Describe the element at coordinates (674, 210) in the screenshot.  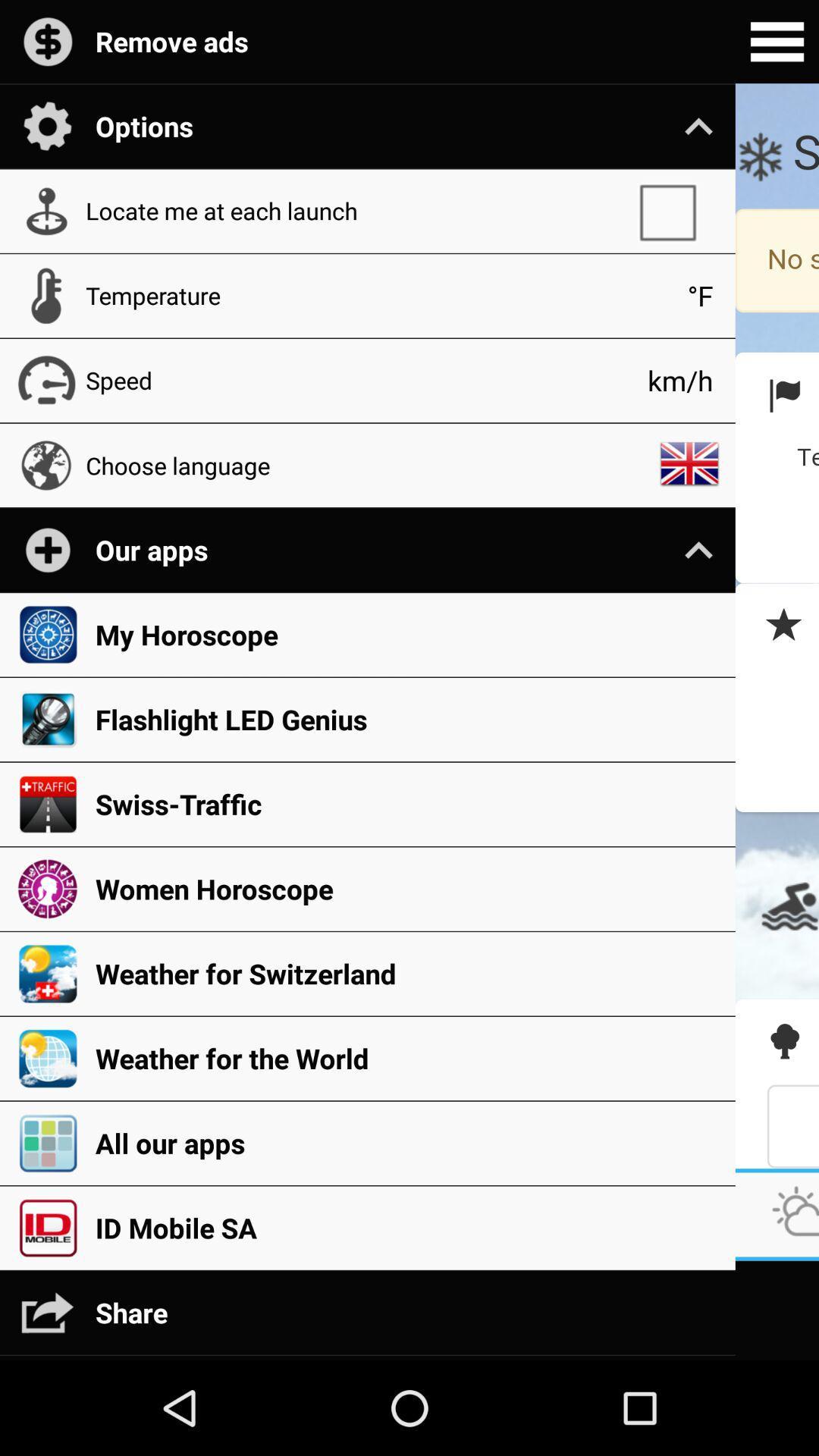
I see `selection box` at that location.